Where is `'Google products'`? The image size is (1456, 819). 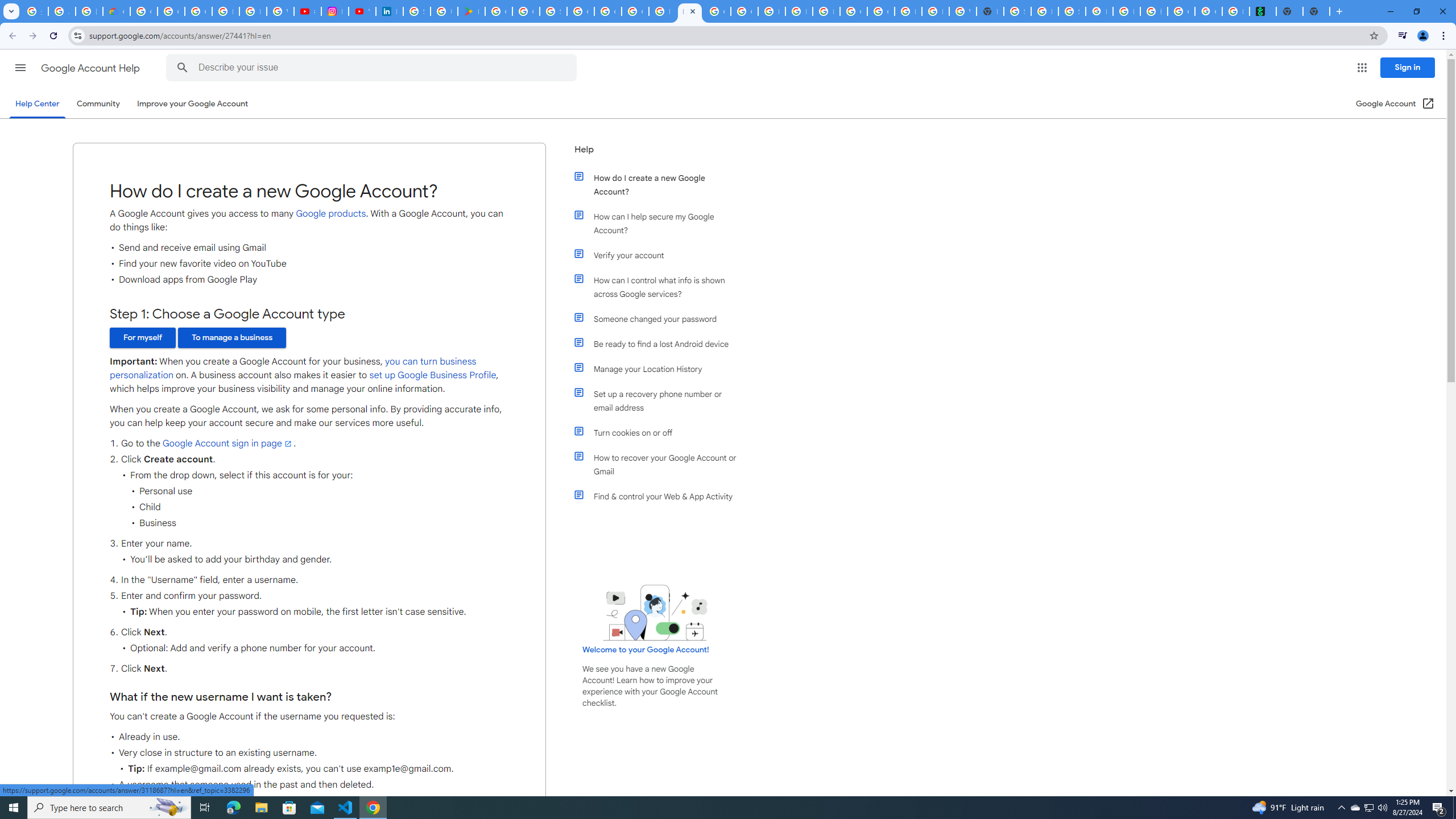
'Google products' is located at coordinates (331, 213).